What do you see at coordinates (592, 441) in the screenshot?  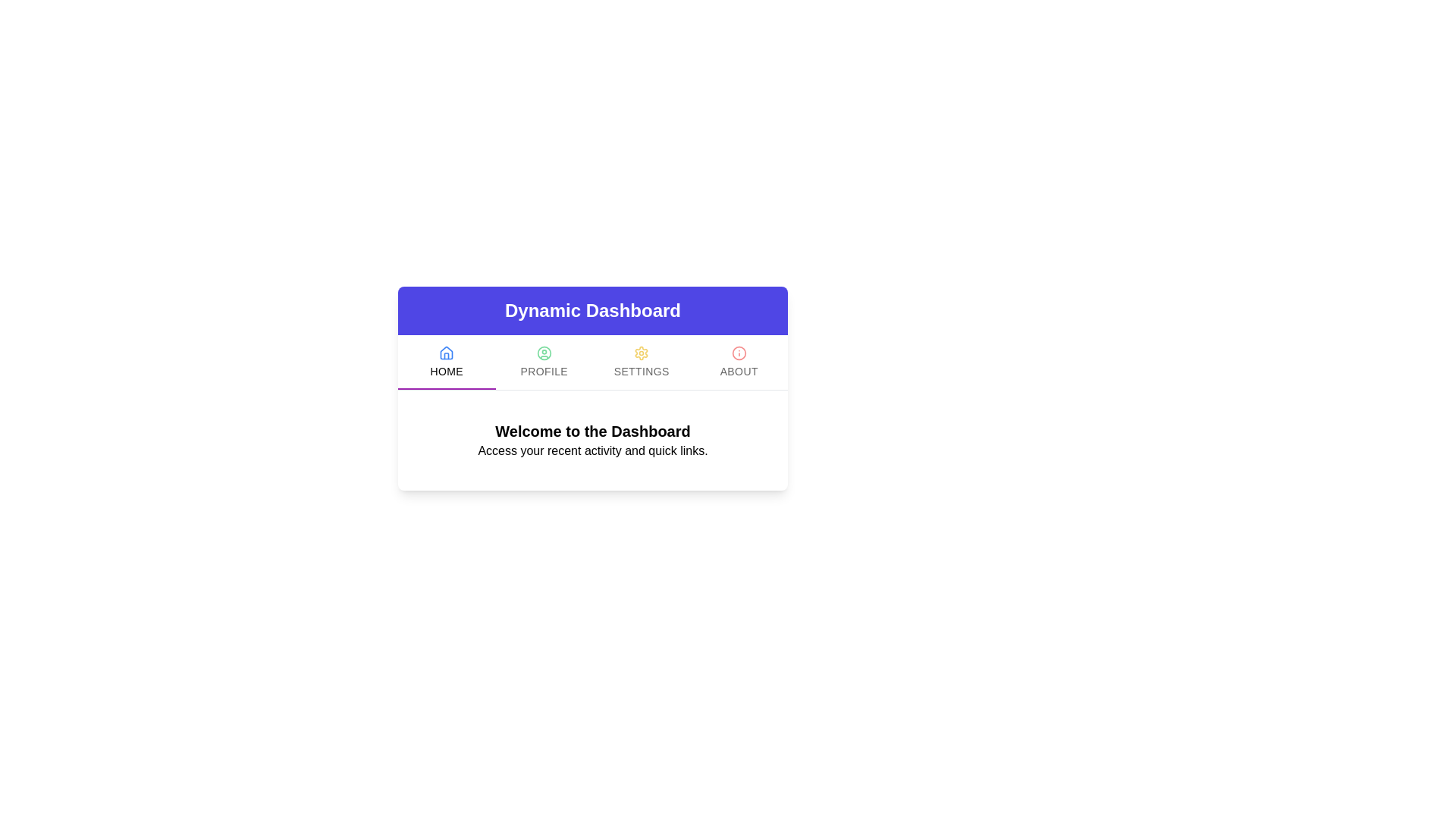 I see `the Text Block that contains 'Welcome to the Dashboard' and 'Access your recent activity and quick links.' located directly below the navigation tabs in the 'Dynamic Dashboard' interface` at bounding box center [592, 441].